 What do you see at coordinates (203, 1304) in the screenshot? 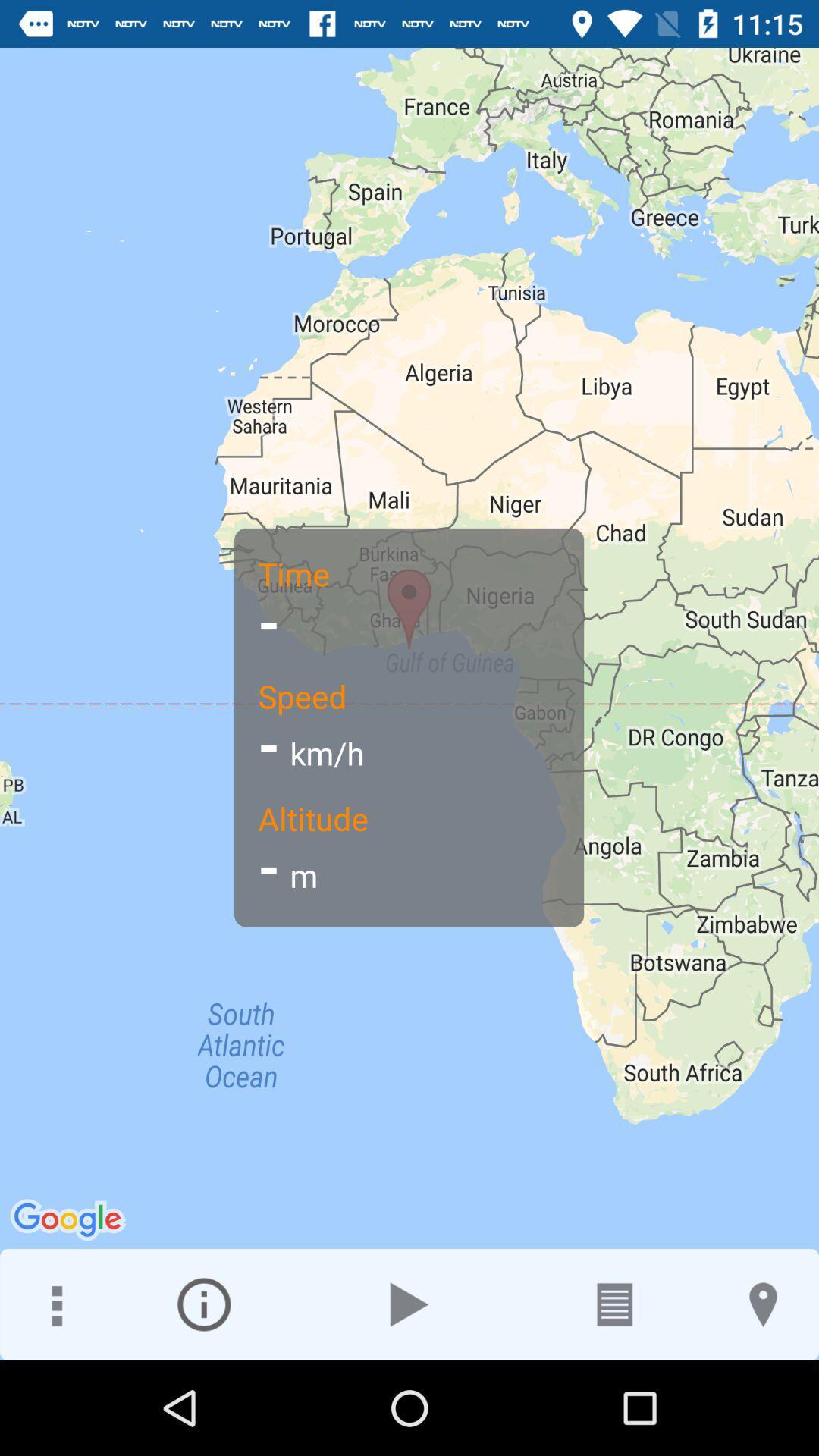
I see `icon below the -` at bounding box center [203, 1304].